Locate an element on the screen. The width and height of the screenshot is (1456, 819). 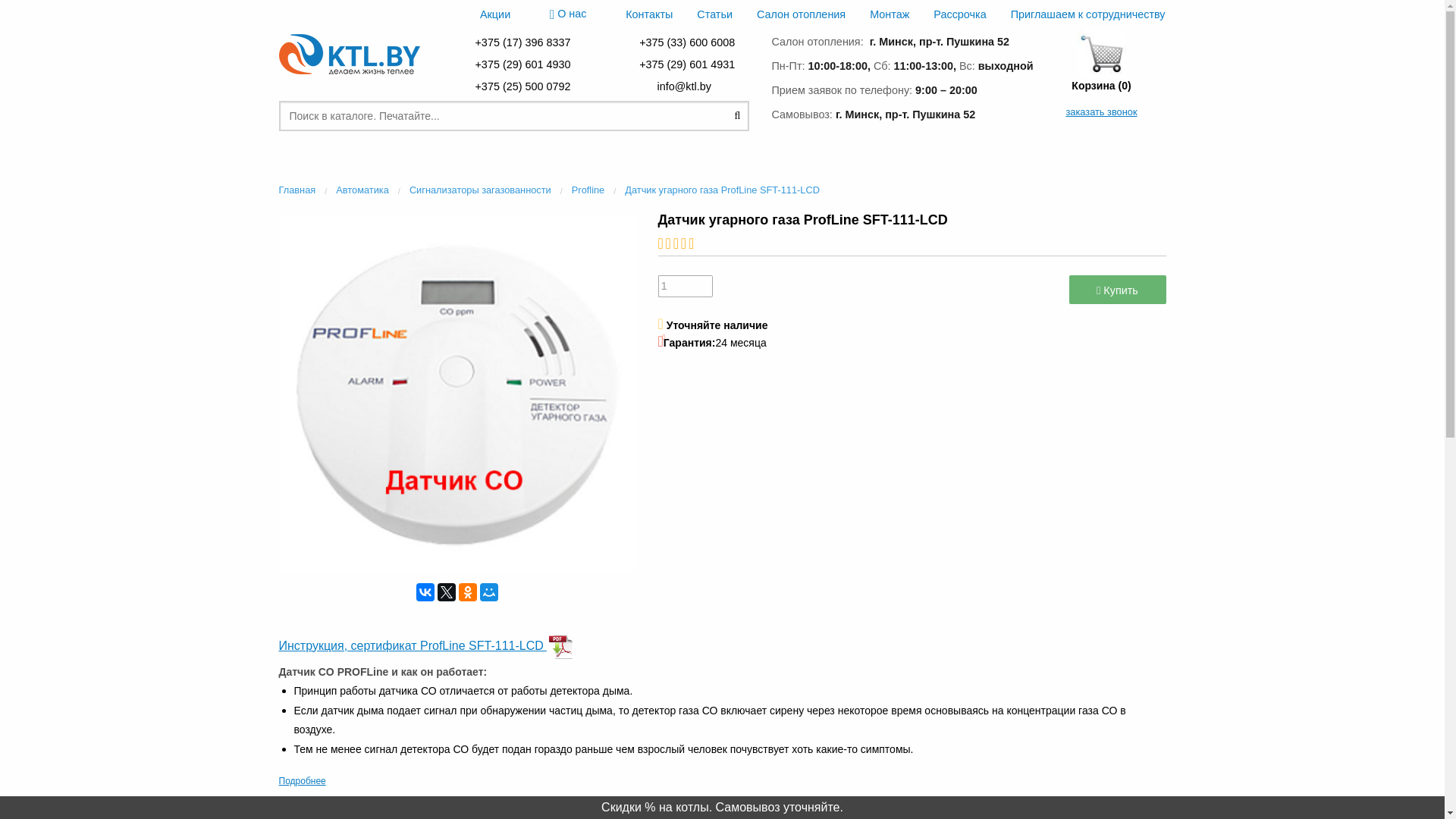
'Not rated yet!' is located at coordinates (667, 242).